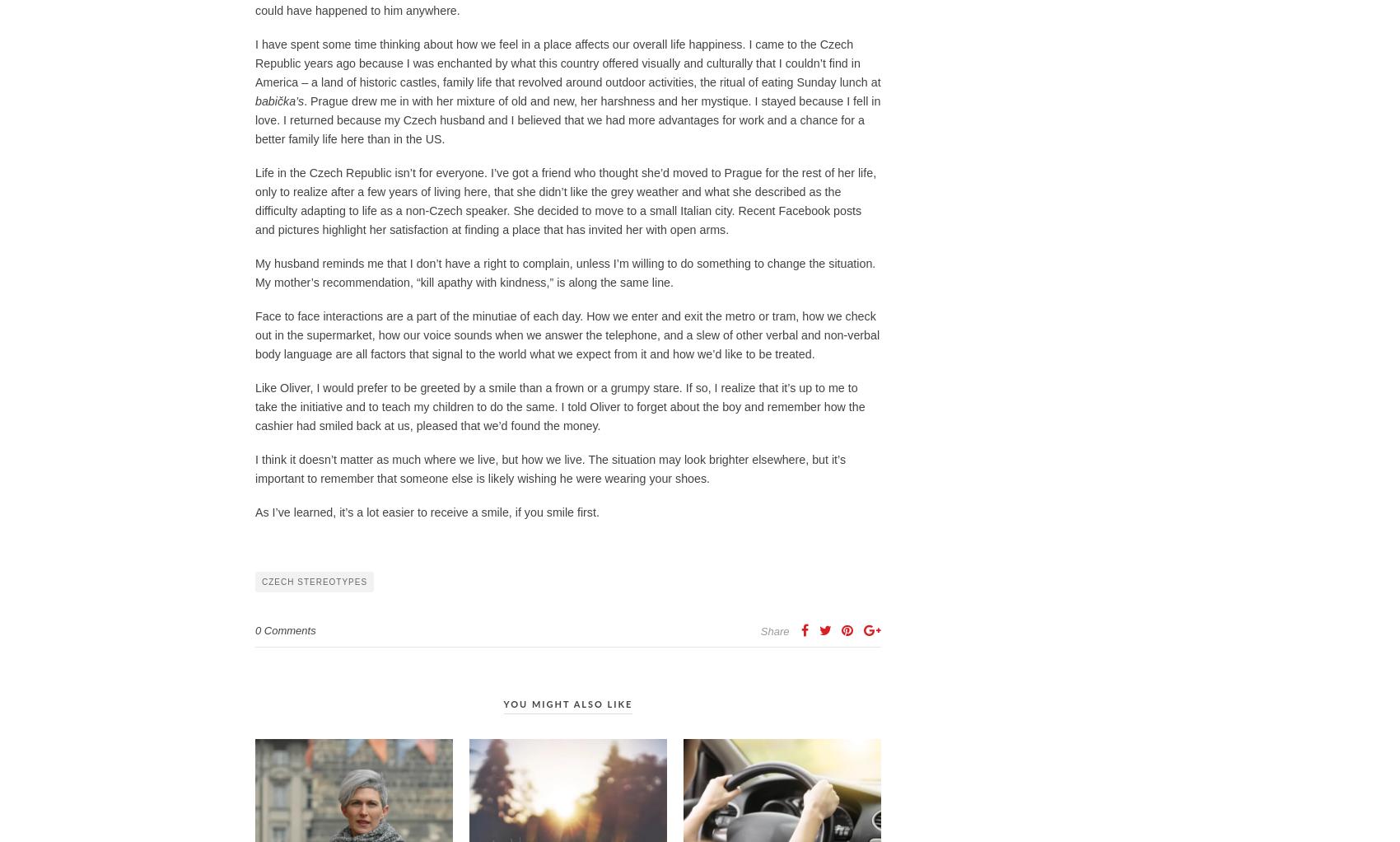 This screenshot has width=1400, height=842. I want to click on 'I think it doesn’t matter as much where we live, but how we live. The situation may look brighter elsewhere, but it’s important to remember that someone else is likely wishing he were wearing your shoes.', so click(550, 468).